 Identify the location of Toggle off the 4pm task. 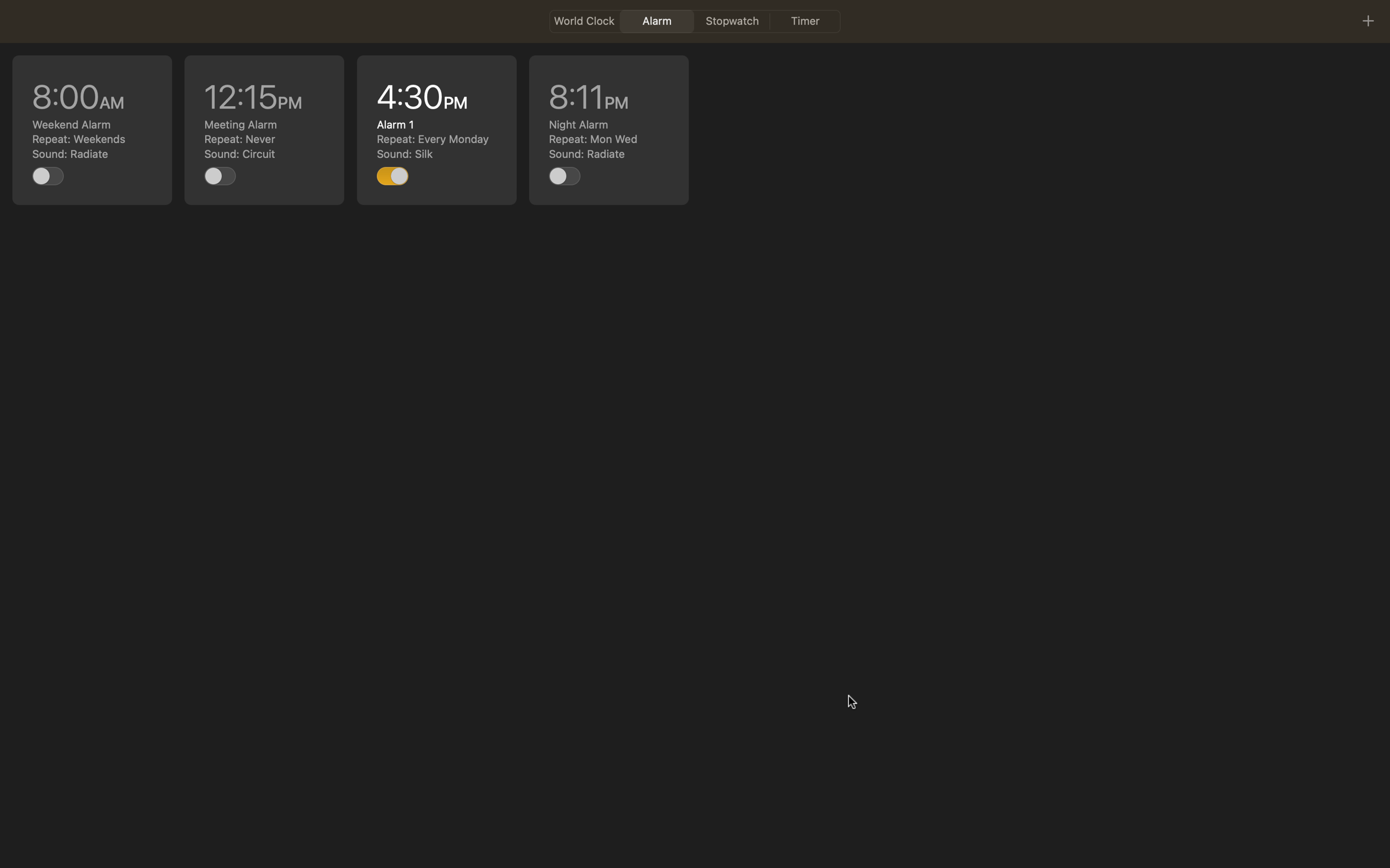
(393, 174).